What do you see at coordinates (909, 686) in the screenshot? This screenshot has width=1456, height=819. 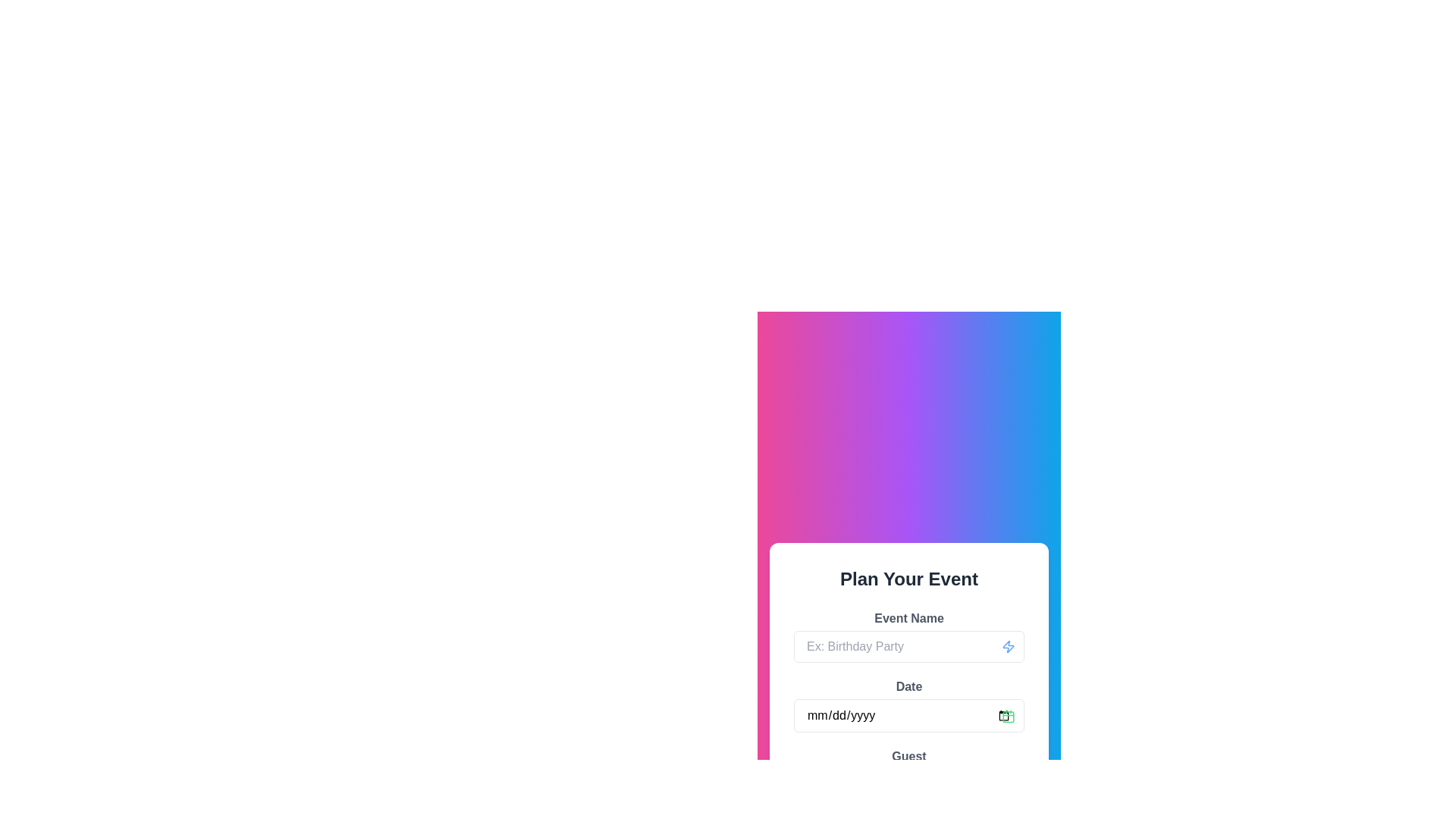 I see `the text label displaying 'Date' in bold gray font, which is positioned above the date input field in the 'Plan Your Event' form` at bounding box center [909, 686].